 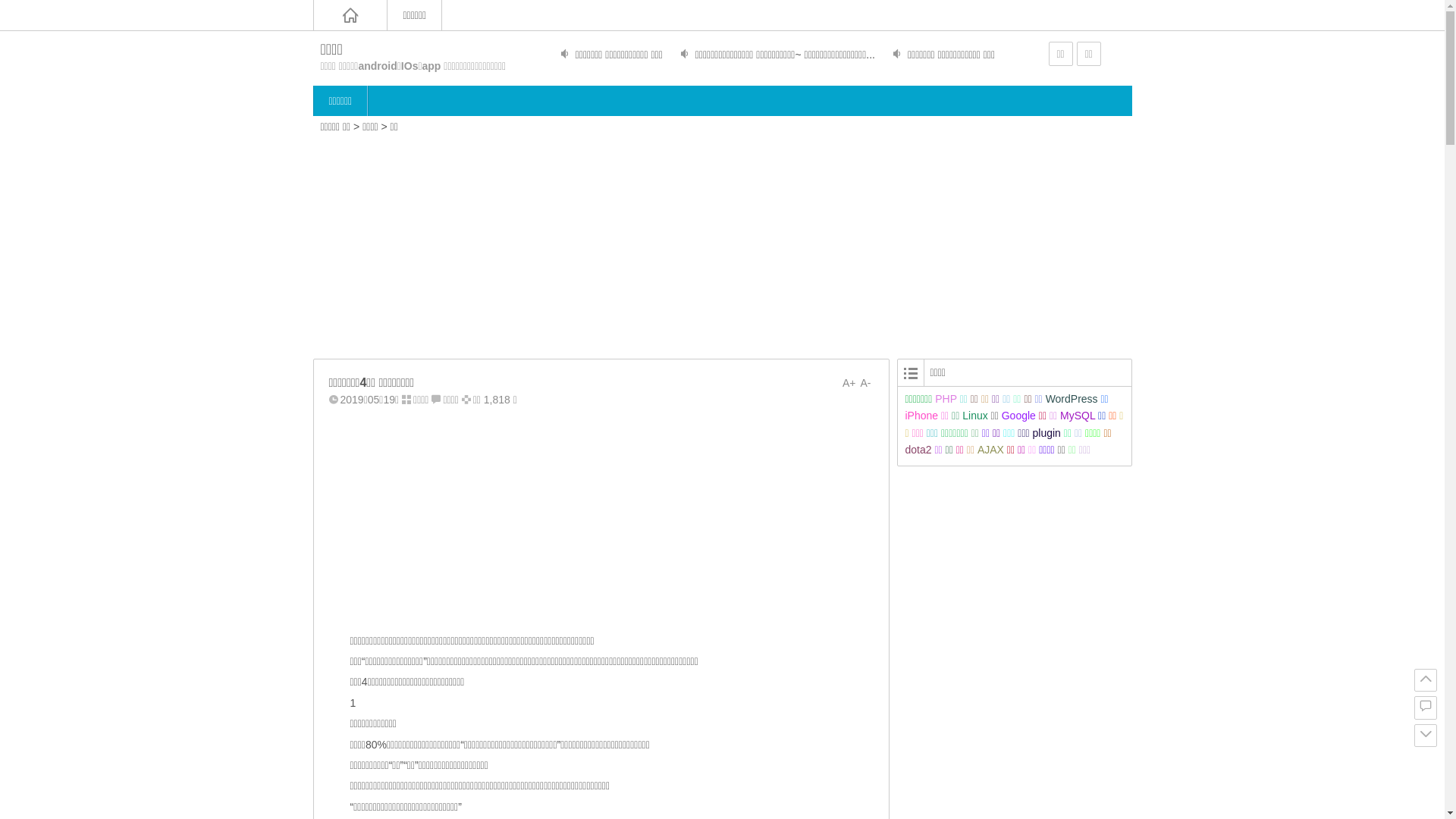 I want to click on 'WordPress', so click(x=1044, y=397).